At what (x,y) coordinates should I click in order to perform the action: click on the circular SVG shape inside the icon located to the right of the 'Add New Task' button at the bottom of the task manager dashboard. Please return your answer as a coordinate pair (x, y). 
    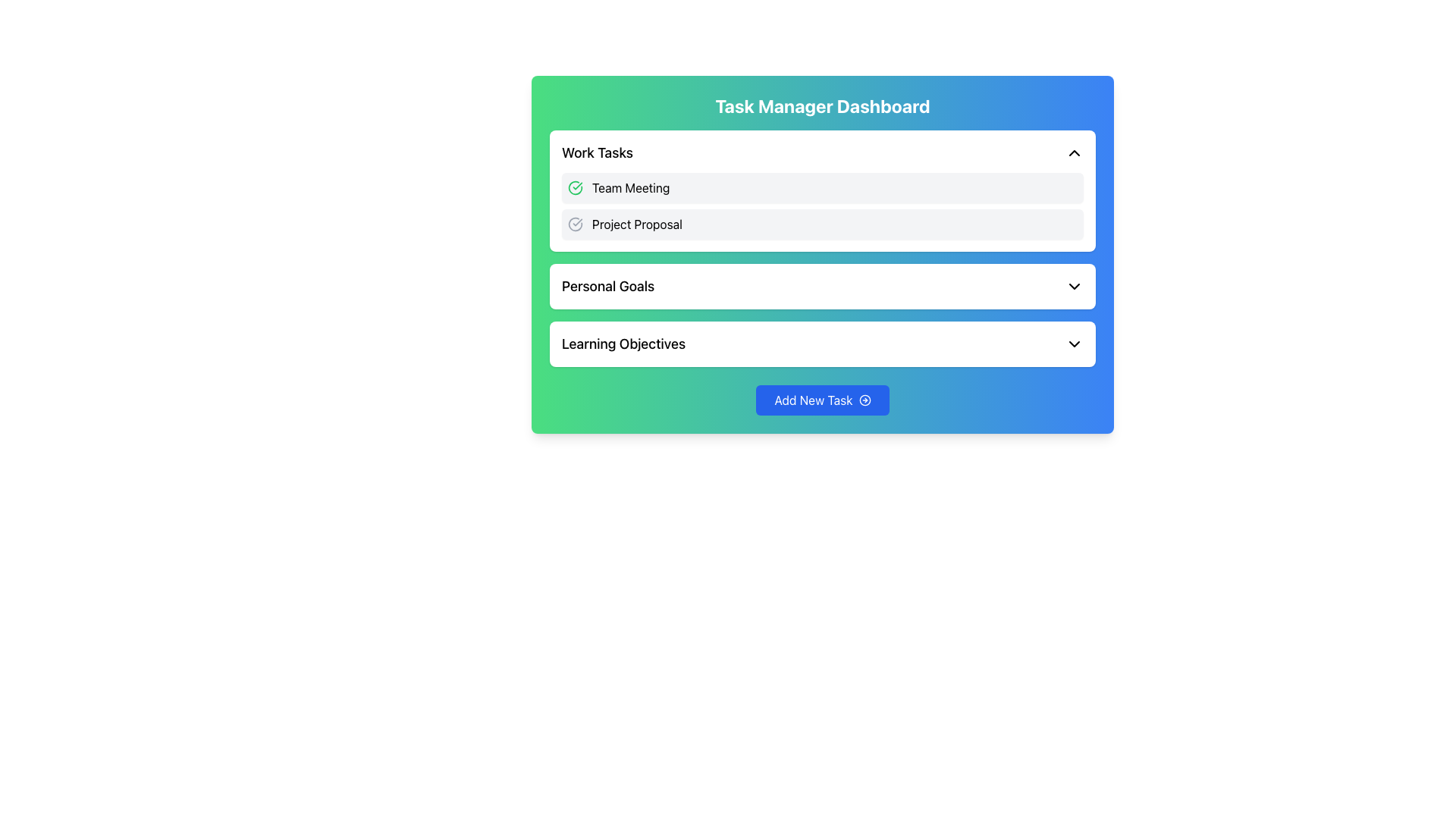
    Looking at the image, I should click on (864, 400).